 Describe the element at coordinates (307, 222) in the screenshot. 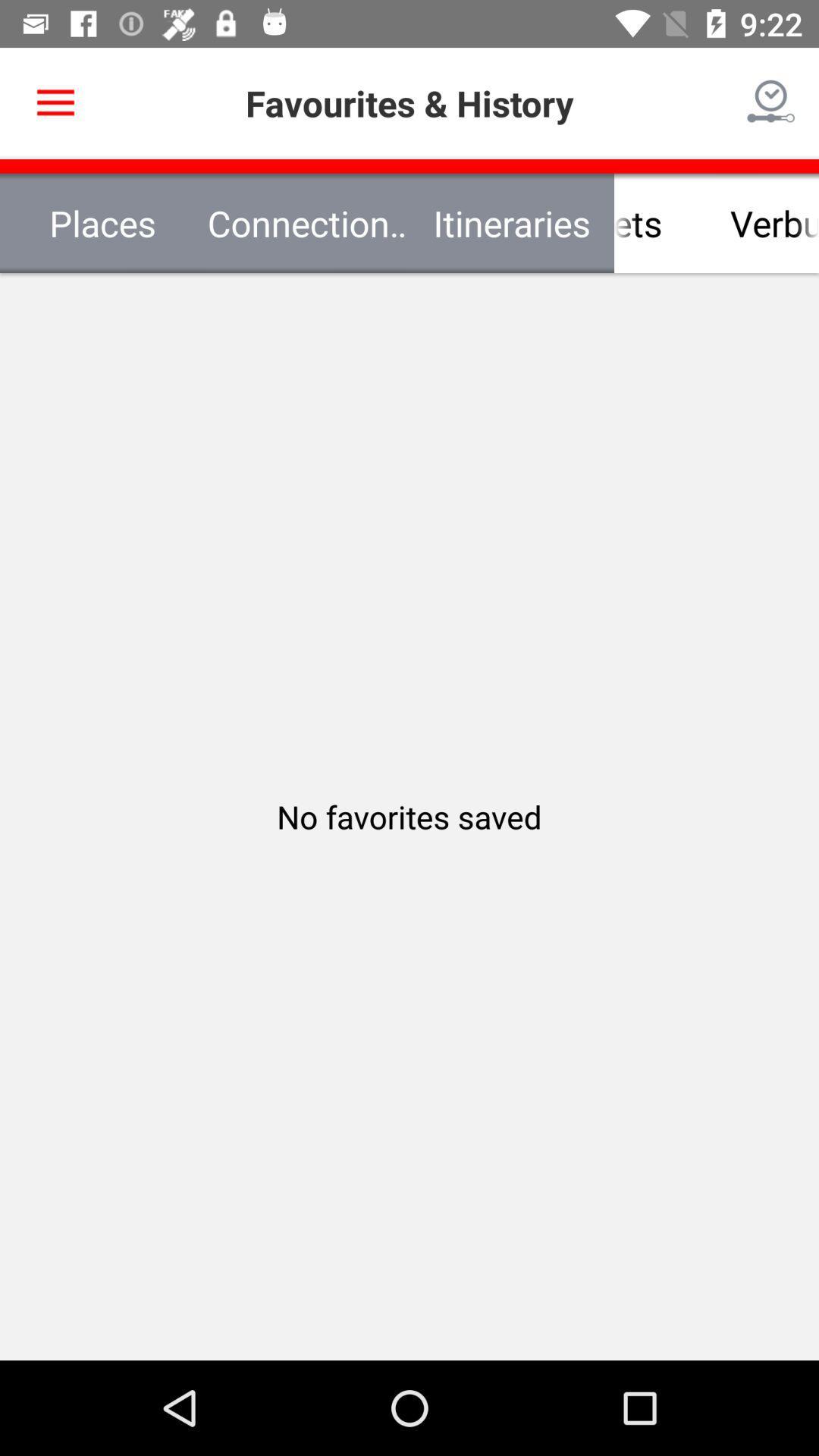

I see `connection requests` at that location.